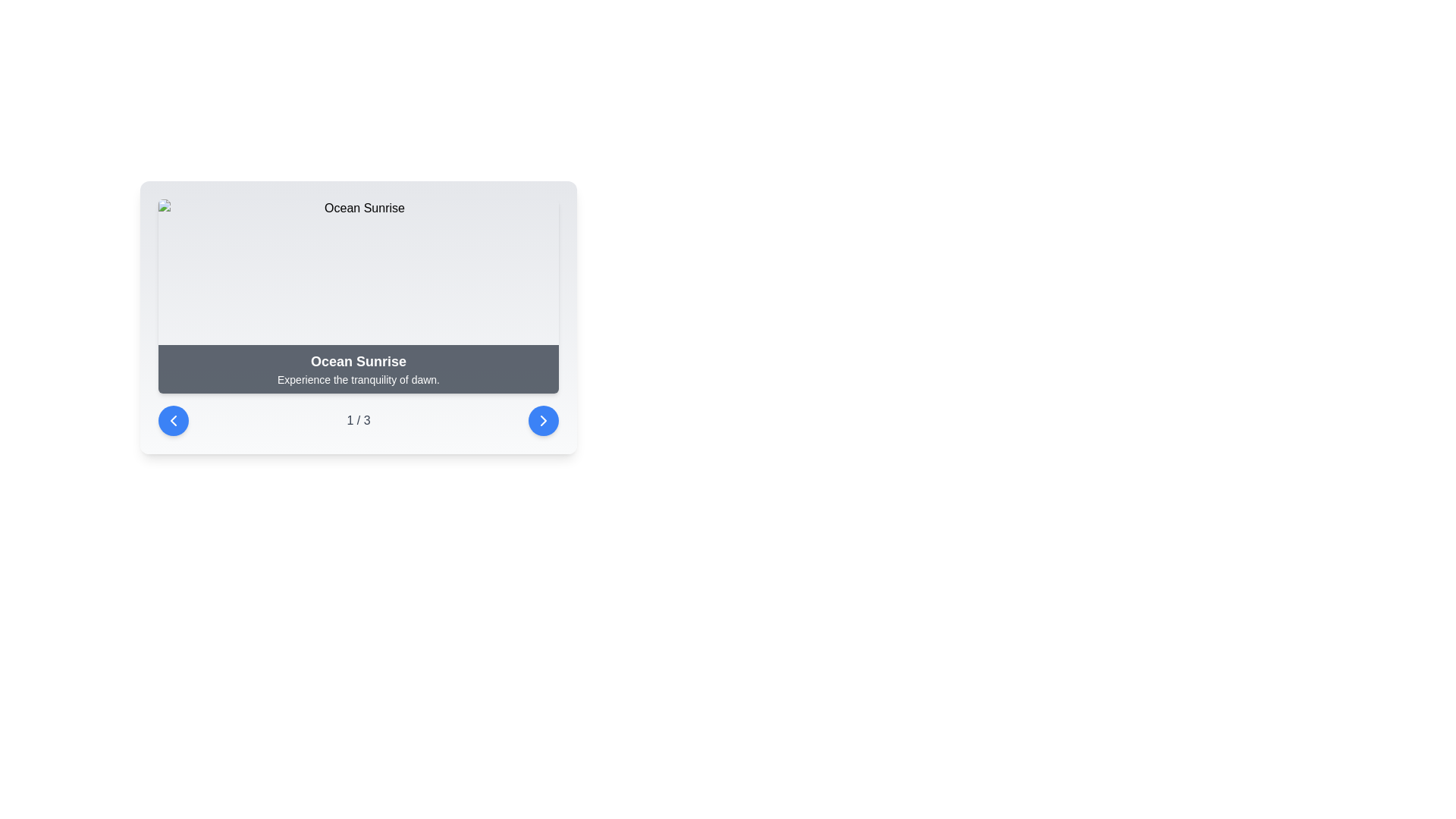  I want to click on the pagination component displaying '1 / 3', which is centered horizontally between two navigation buttons in the footer section, so click(358, 421).